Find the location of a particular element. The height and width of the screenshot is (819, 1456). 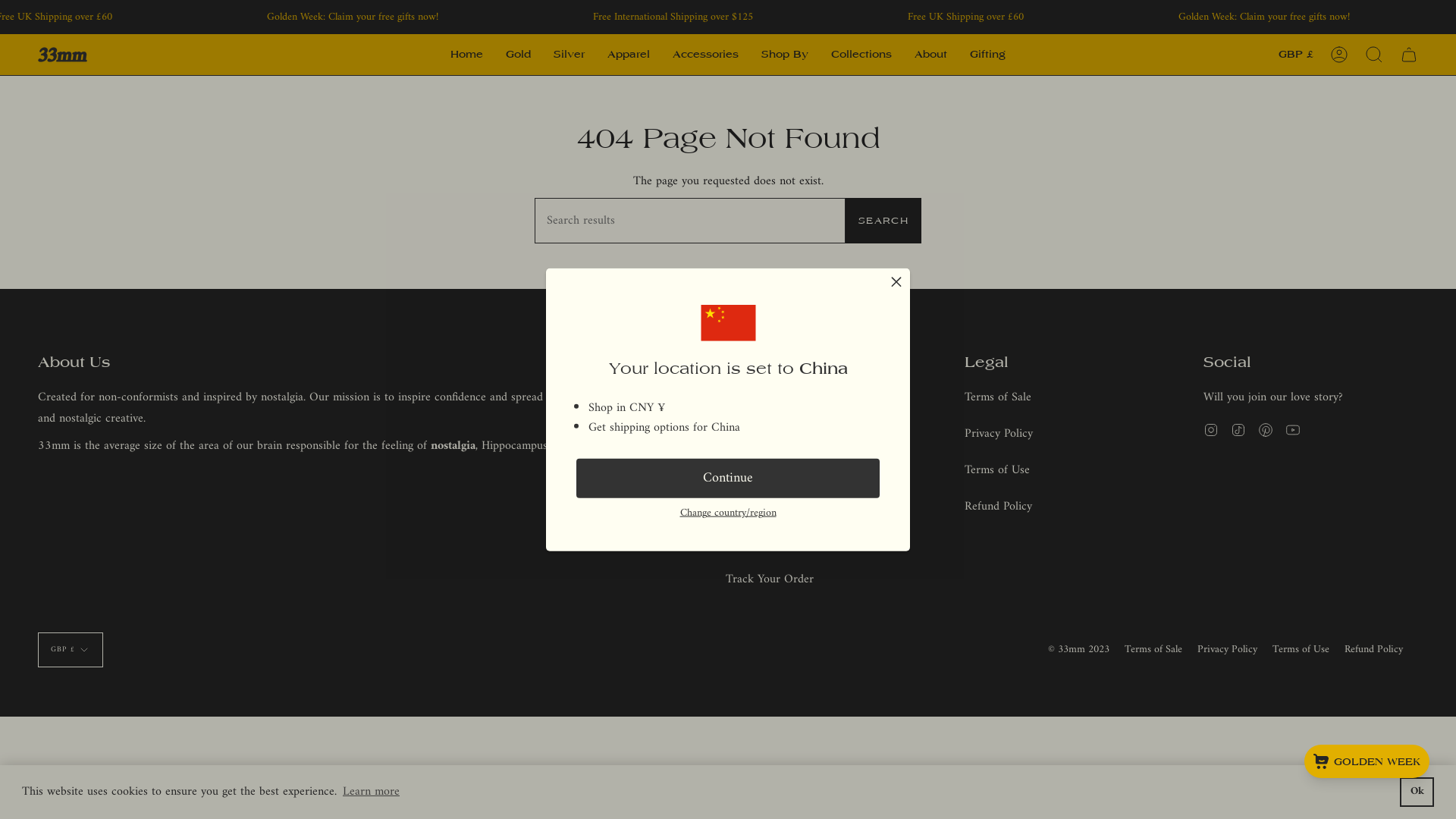

'SEARCH' is located at coordinates (883, 220).